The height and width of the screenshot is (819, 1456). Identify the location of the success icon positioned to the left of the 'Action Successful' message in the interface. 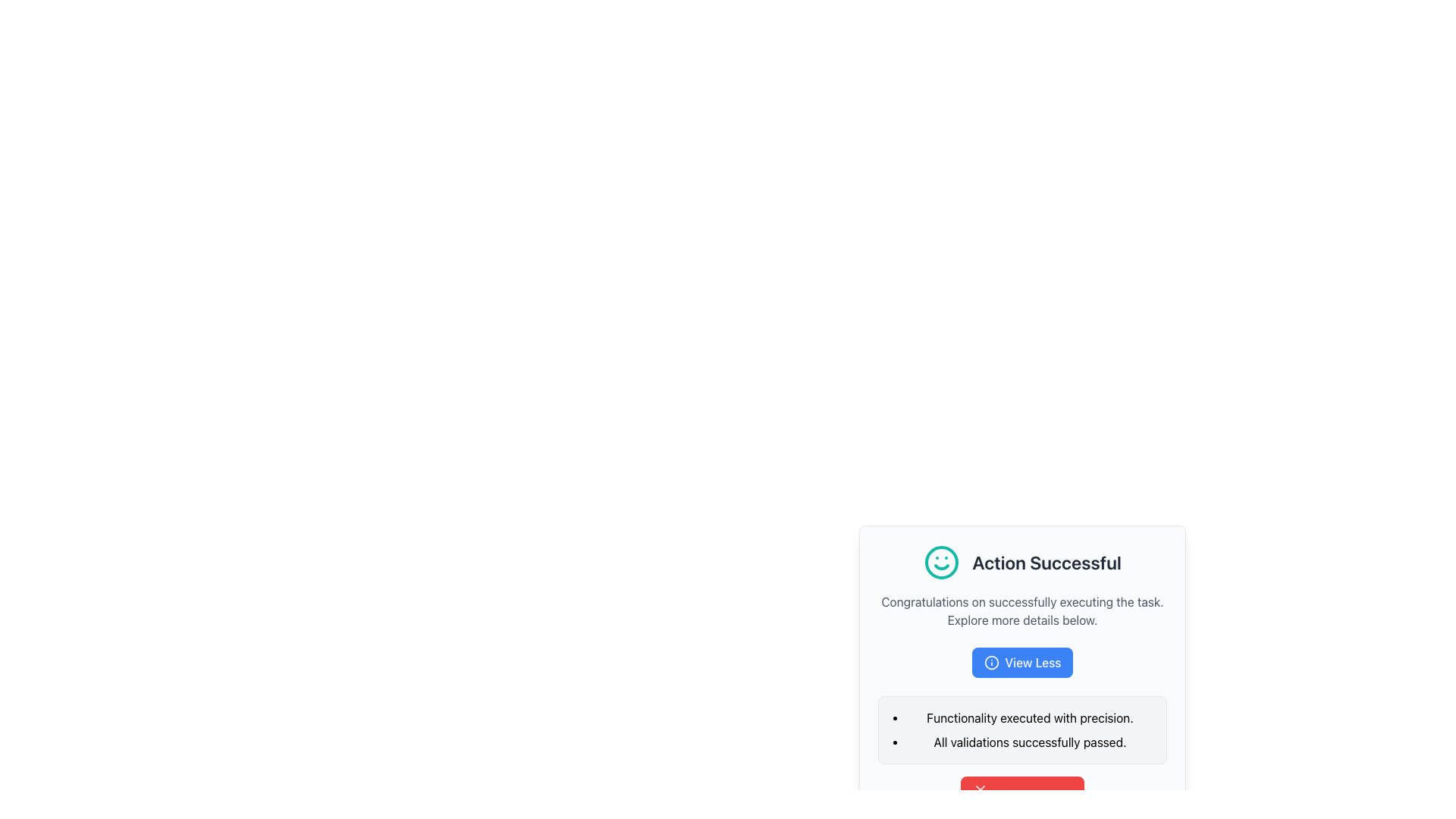
(941, 562).